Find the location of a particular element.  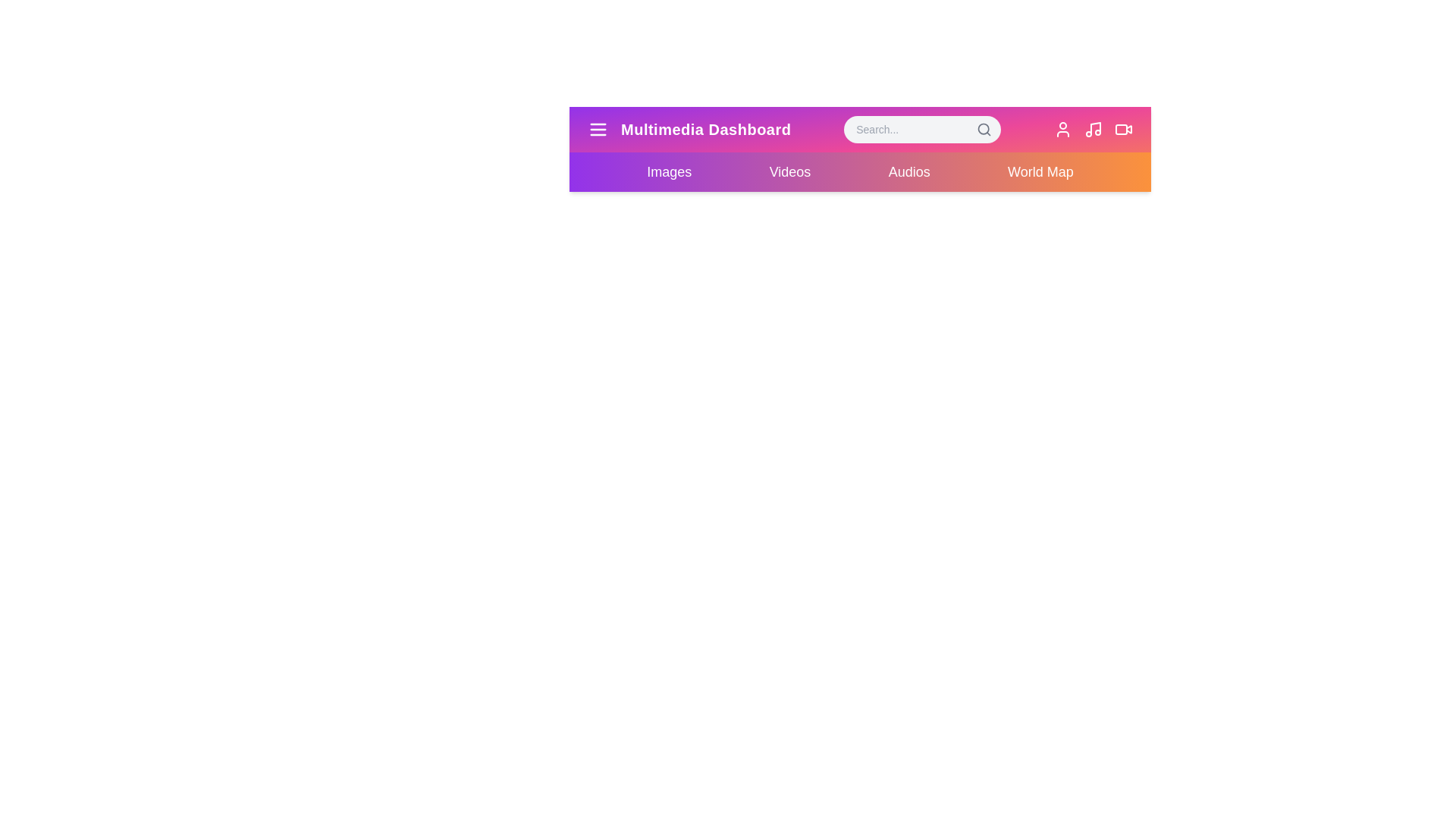

the music icon to play music is located at coordinates (1093, 128).